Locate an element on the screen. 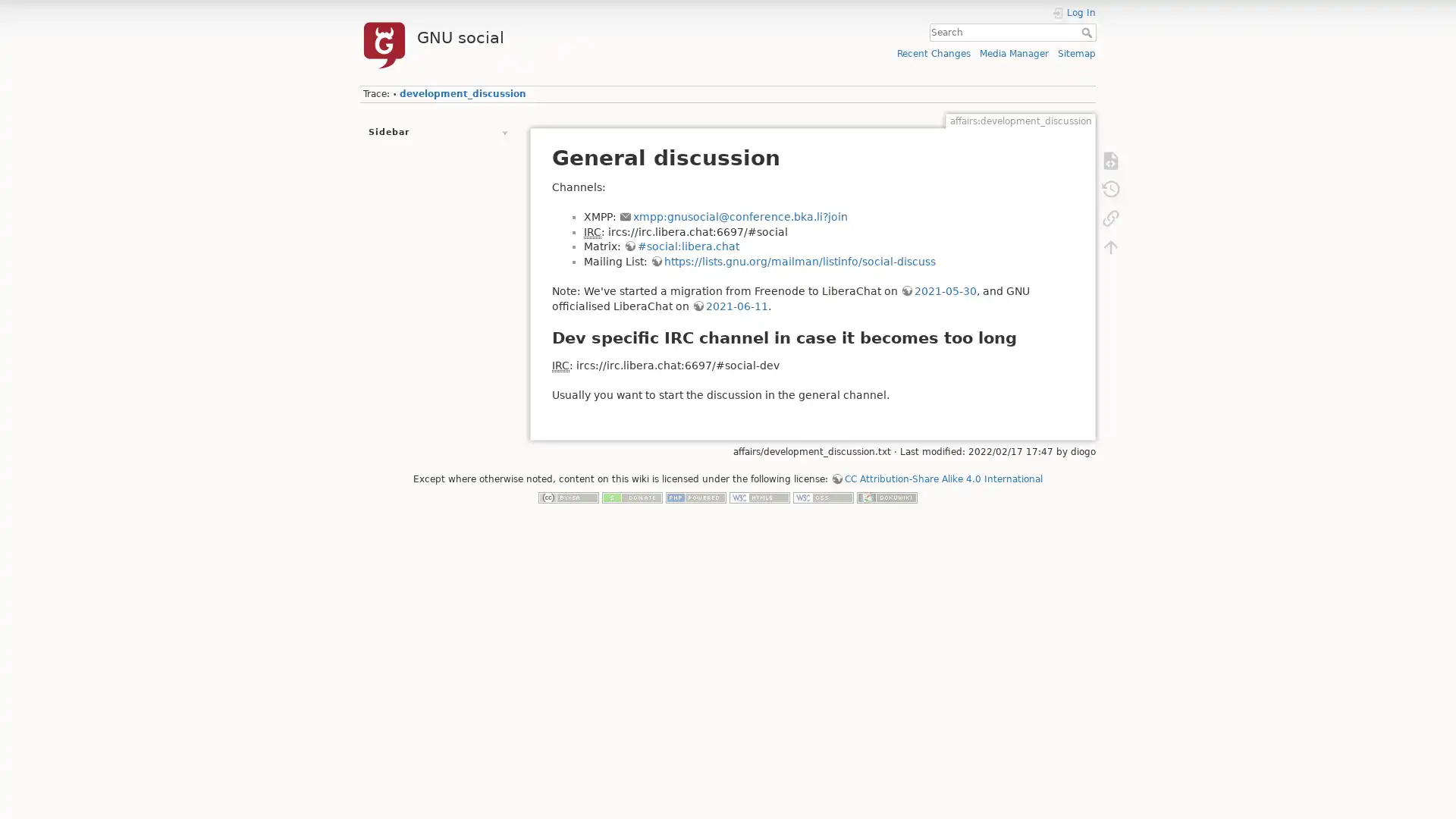 The width and height of the screenshot is (1456, 819). Search is located at coordinates (1087, 32).